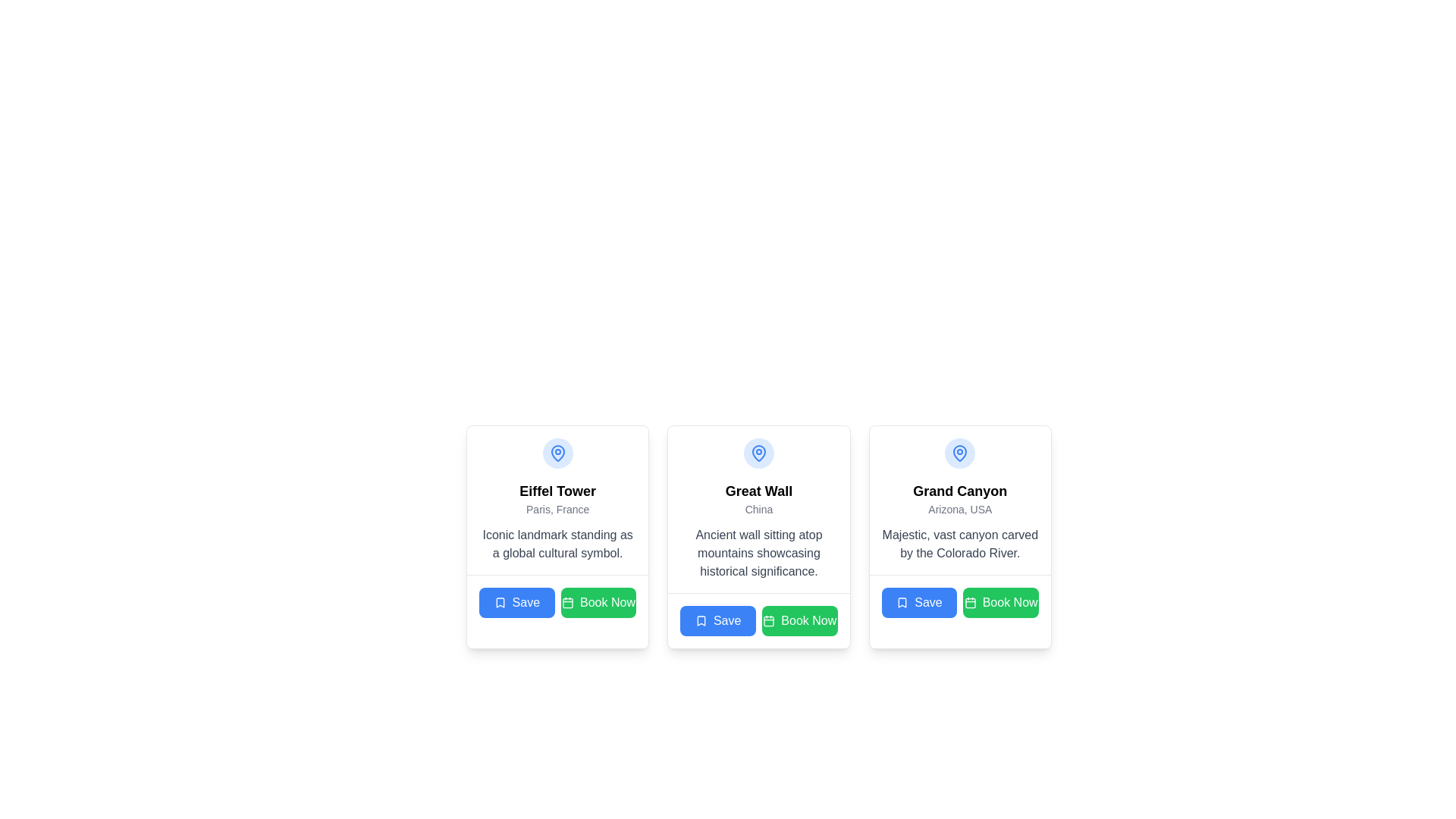 The image size is (1456, 819). Describe the element at coordinates (557, 536) in the screenshot. I see `displayed text on the interactive card describing the Eiffel Tower, which is the first card in the leftmost column of a three-column grid` at that location.